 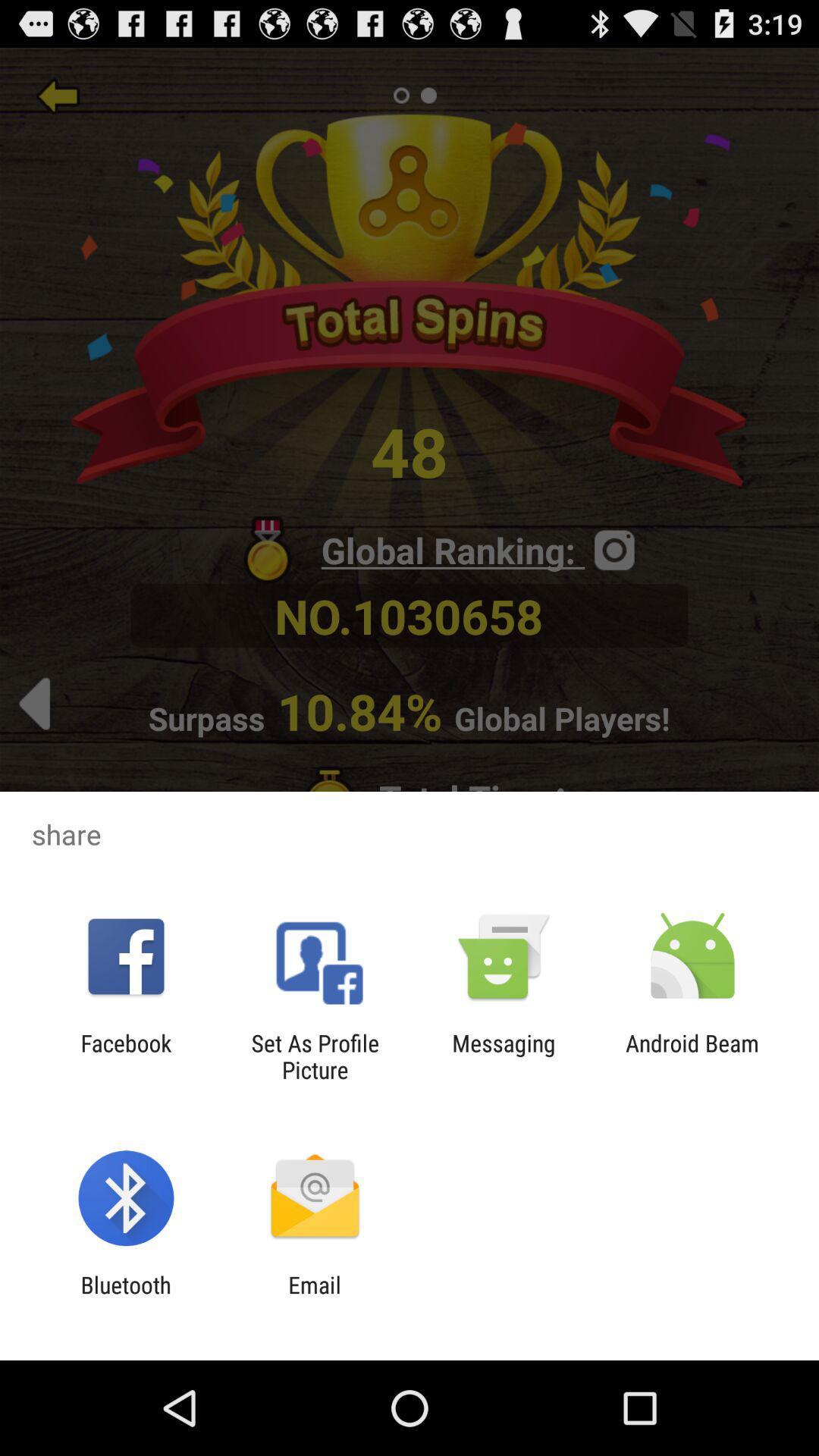 What do you see at coordinates (314, 1056) in the screenshot?
I see `icon to the right of the facebook icon` at bounding box center [314, 1056].